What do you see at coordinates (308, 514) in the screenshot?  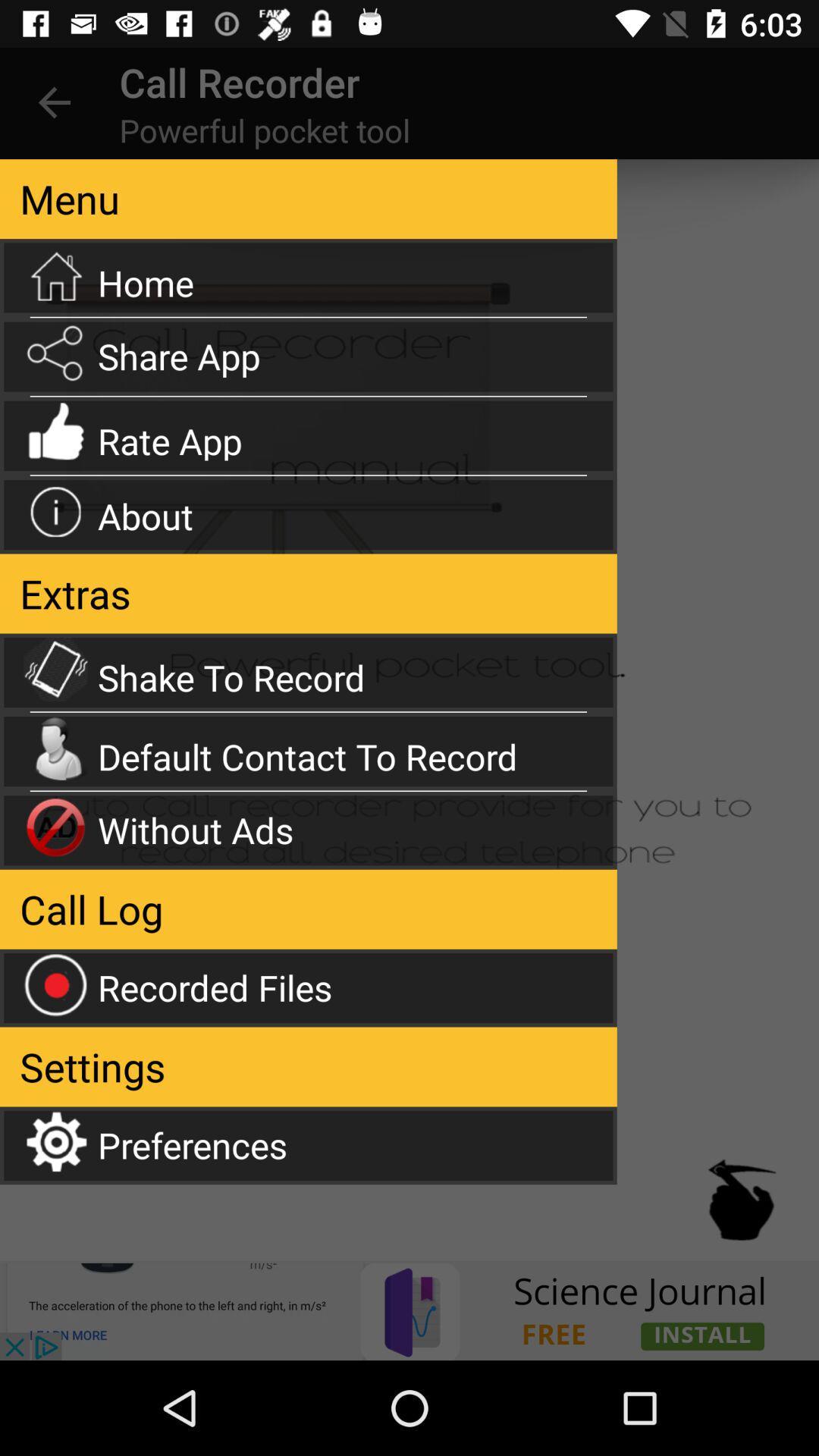 I see `the option about` at bounding box center [308, 514].